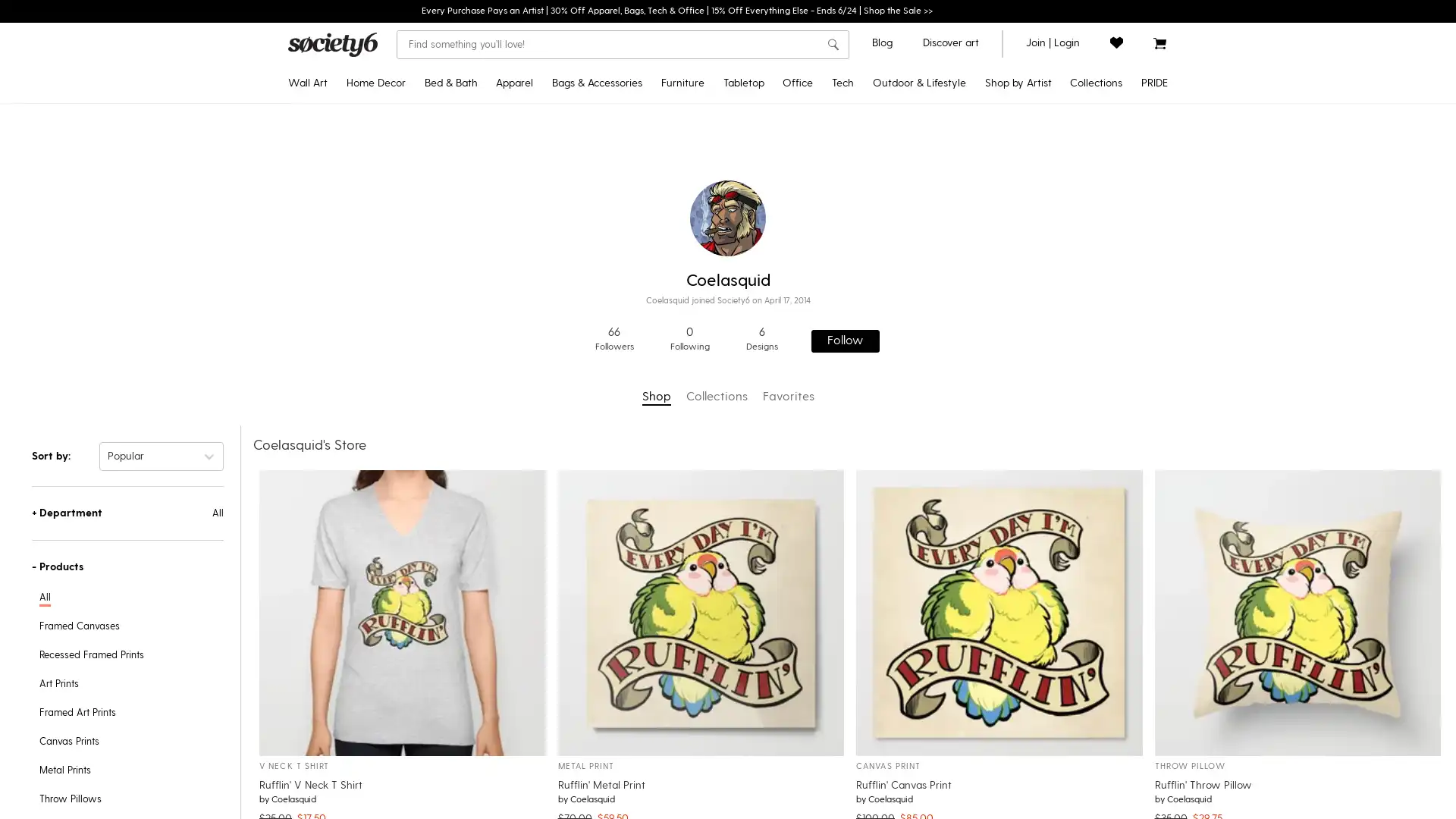 The image size is (1456, 819). Describe the element at coordinates (771, 194) in the screenshot. I see `Table Runners` at that location.